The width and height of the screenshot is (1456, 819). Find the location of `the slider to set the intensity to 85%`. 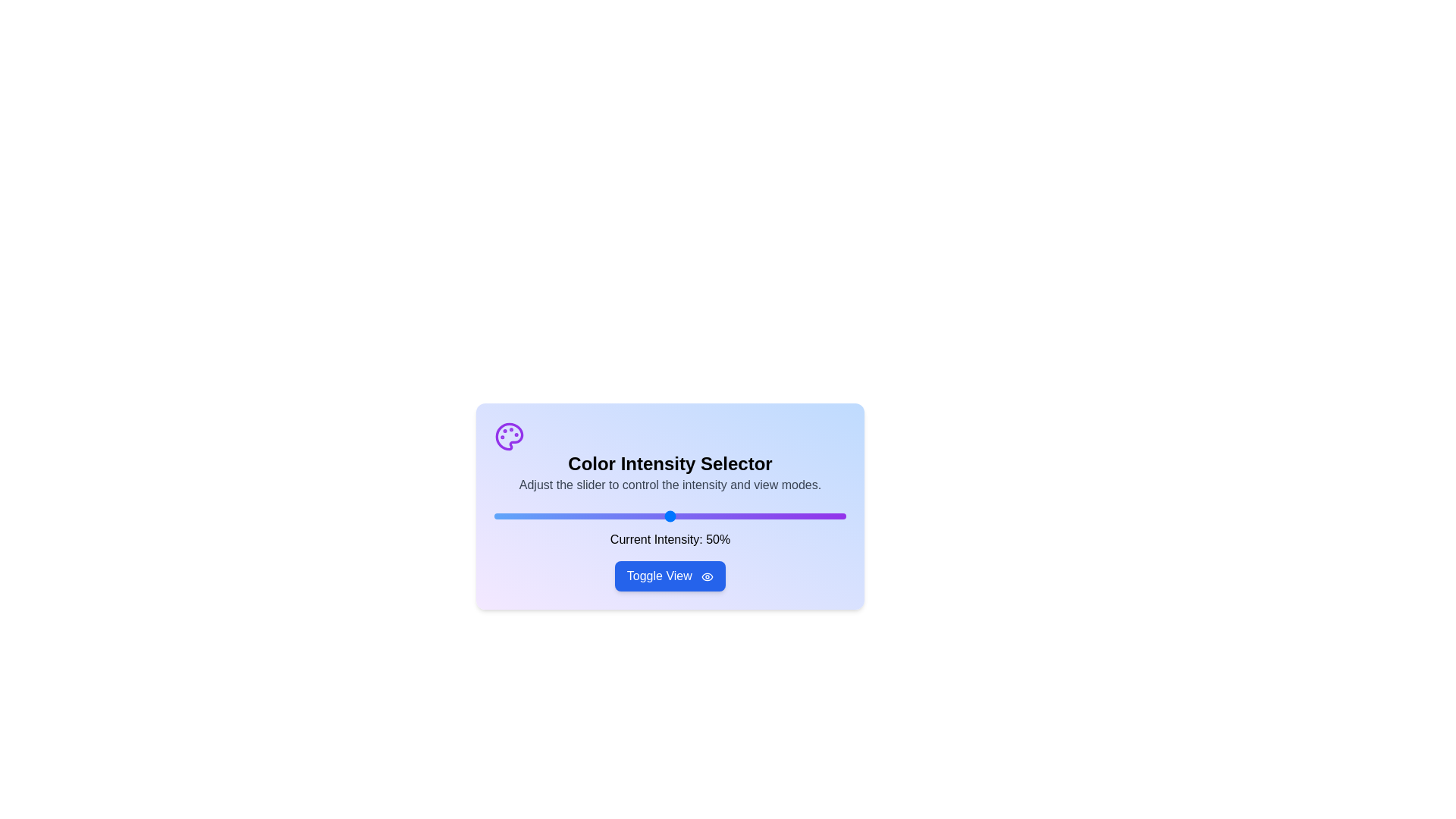

the slider to set the intensity to 85% is located at coordinates (792, 516).